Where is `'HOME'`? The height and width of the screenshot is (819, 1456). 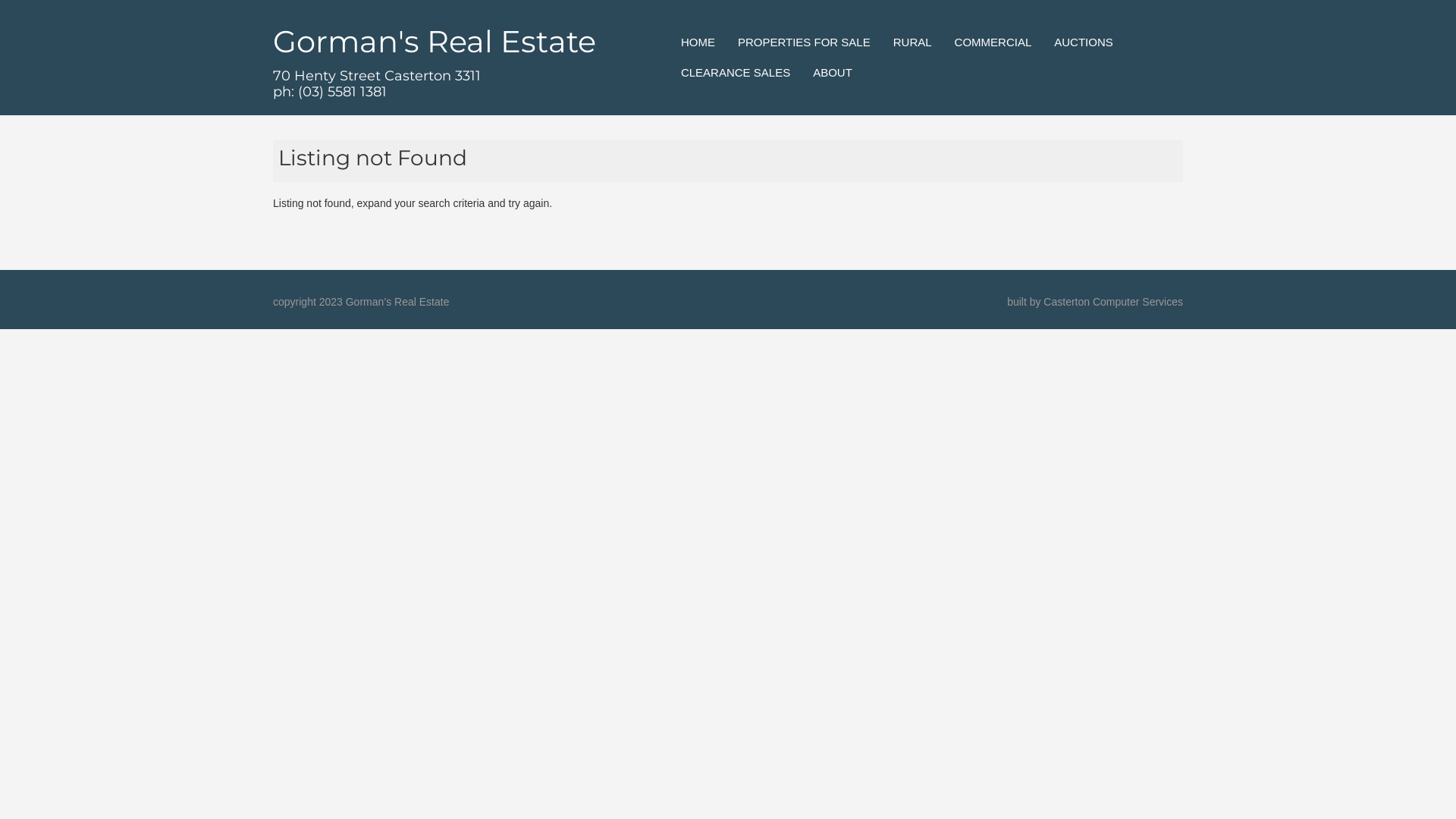 'HOME' is located at coordinates (697, 42).